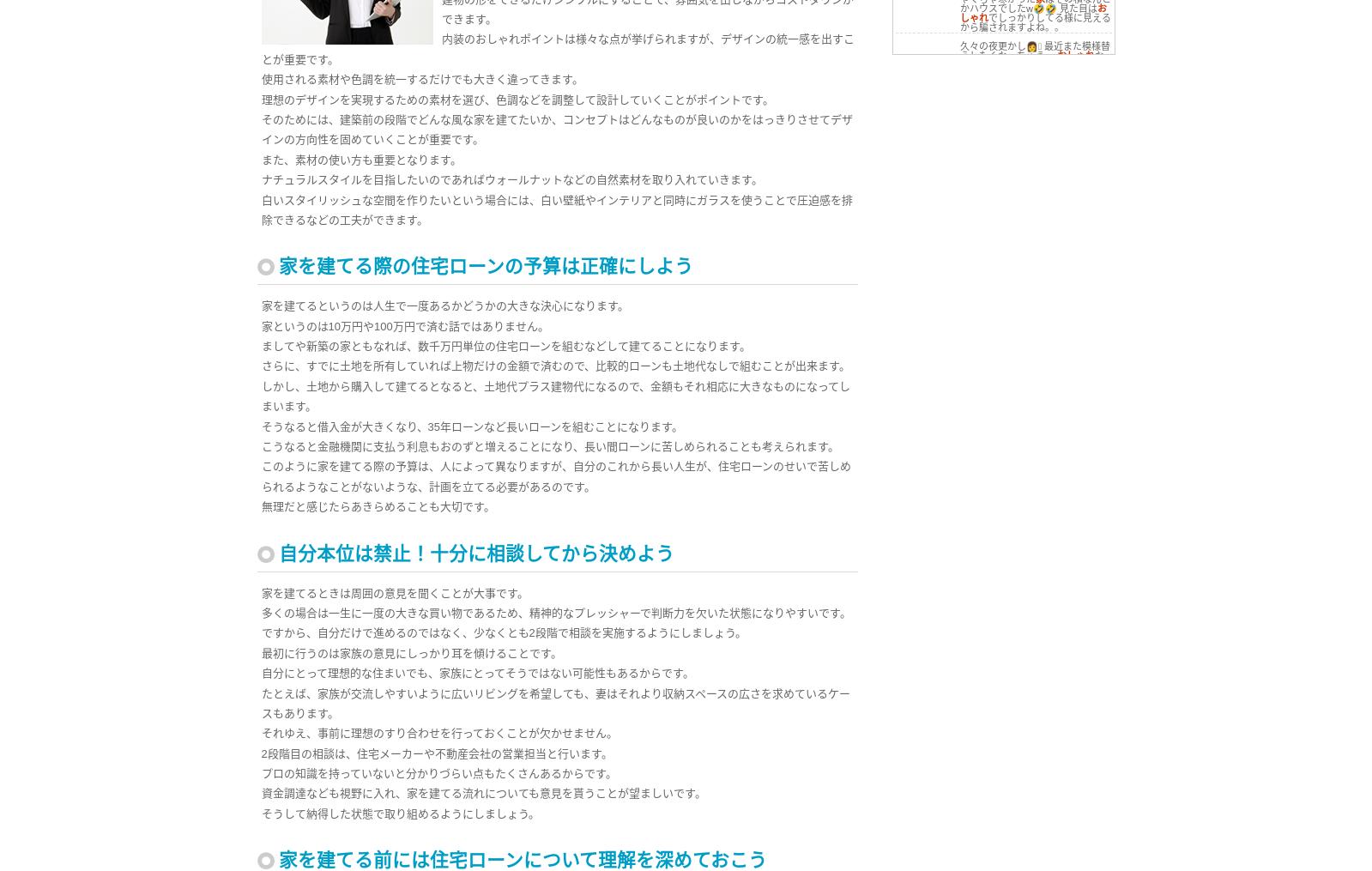 The width and height of the screenshot is (1372, 871). What do you see at coordinates (1002, 124) in the screenshot?
I see `'> 家を建てるときには親身に相談に応じてくれる担当者がいる業者へ'` at bounding box center [1002, 124].